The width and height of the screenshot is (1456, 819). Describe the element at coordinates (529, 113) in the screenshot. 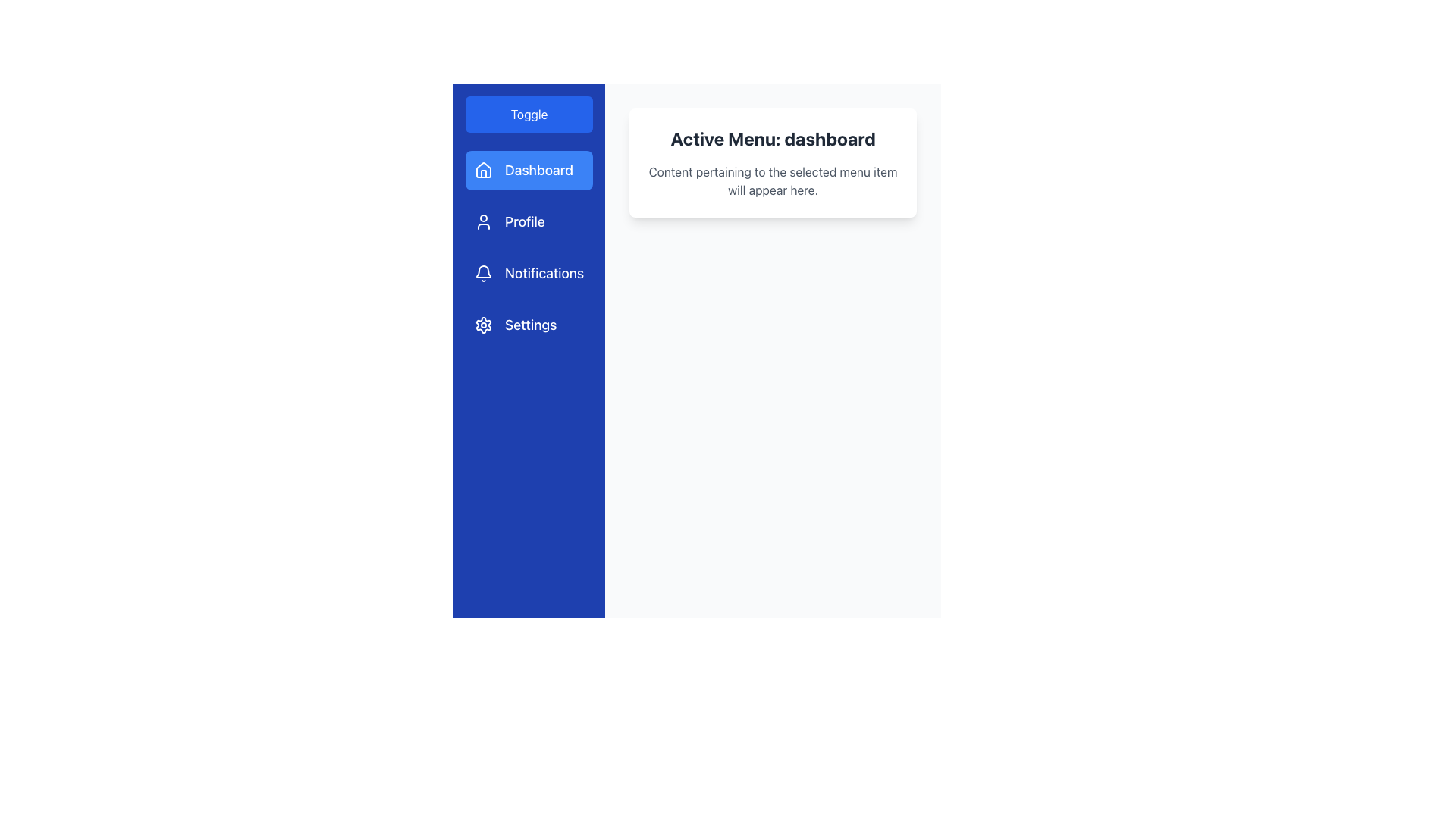

I see `the toggle button located at the top of the sidebar menu to show or hide the sidebar` at that location.